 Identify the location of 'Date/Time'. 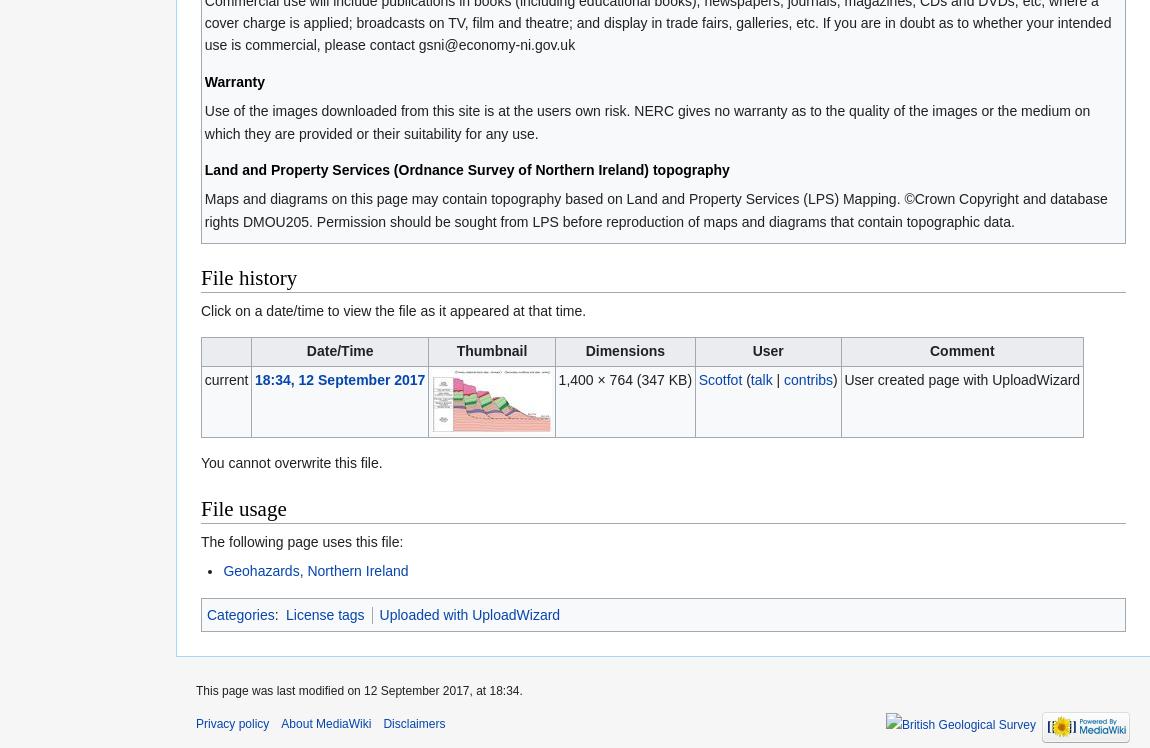
(306, 350).